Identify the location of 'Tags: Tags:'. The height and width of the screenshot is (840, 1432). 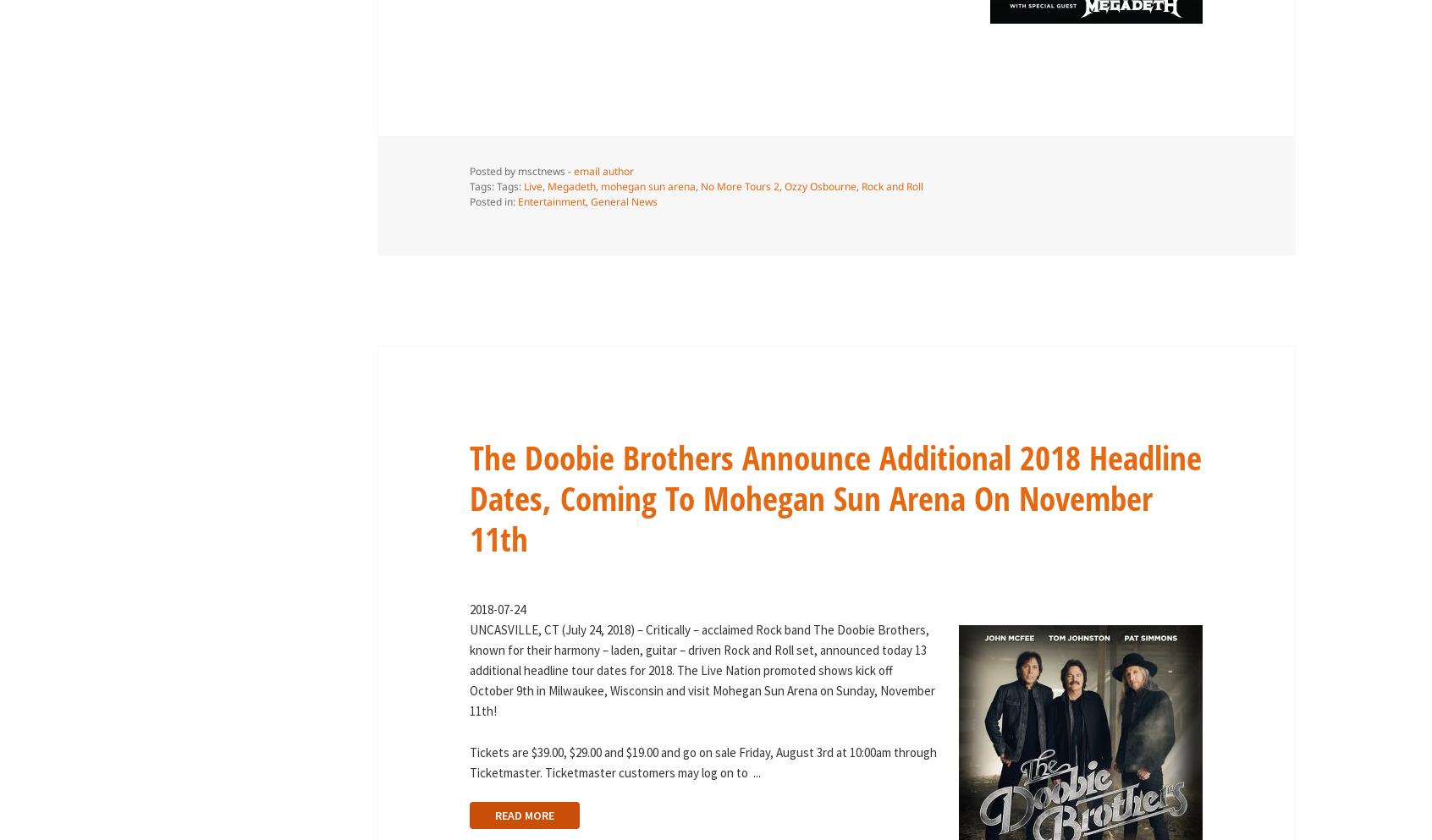
(494, 185).